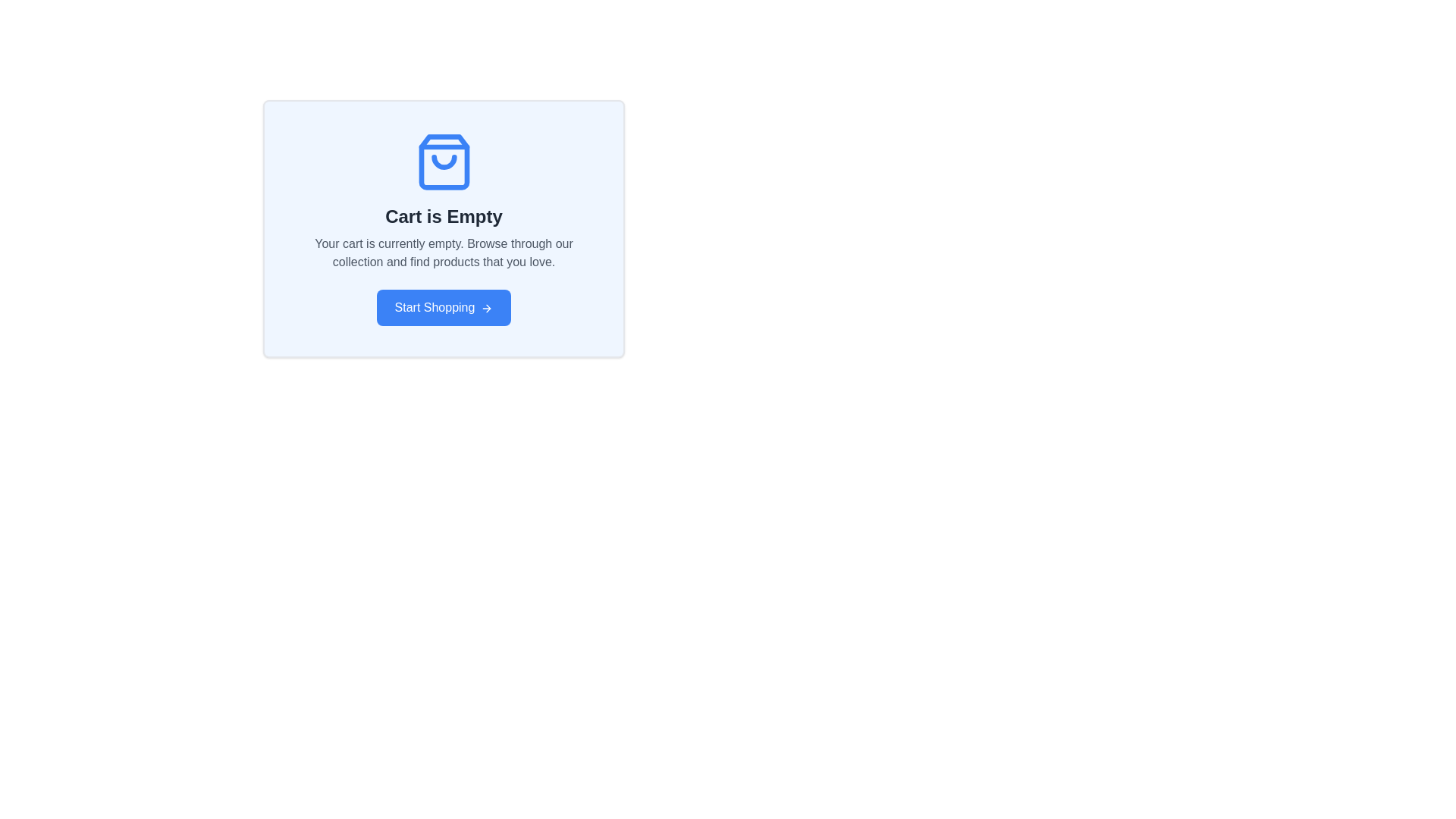 This screenshot has height=819, width=1456. What do you see at coordinates (488, 307) in the screenshot?
I see `visual focus on the navigation icon located` at bounding box center [488, 307].